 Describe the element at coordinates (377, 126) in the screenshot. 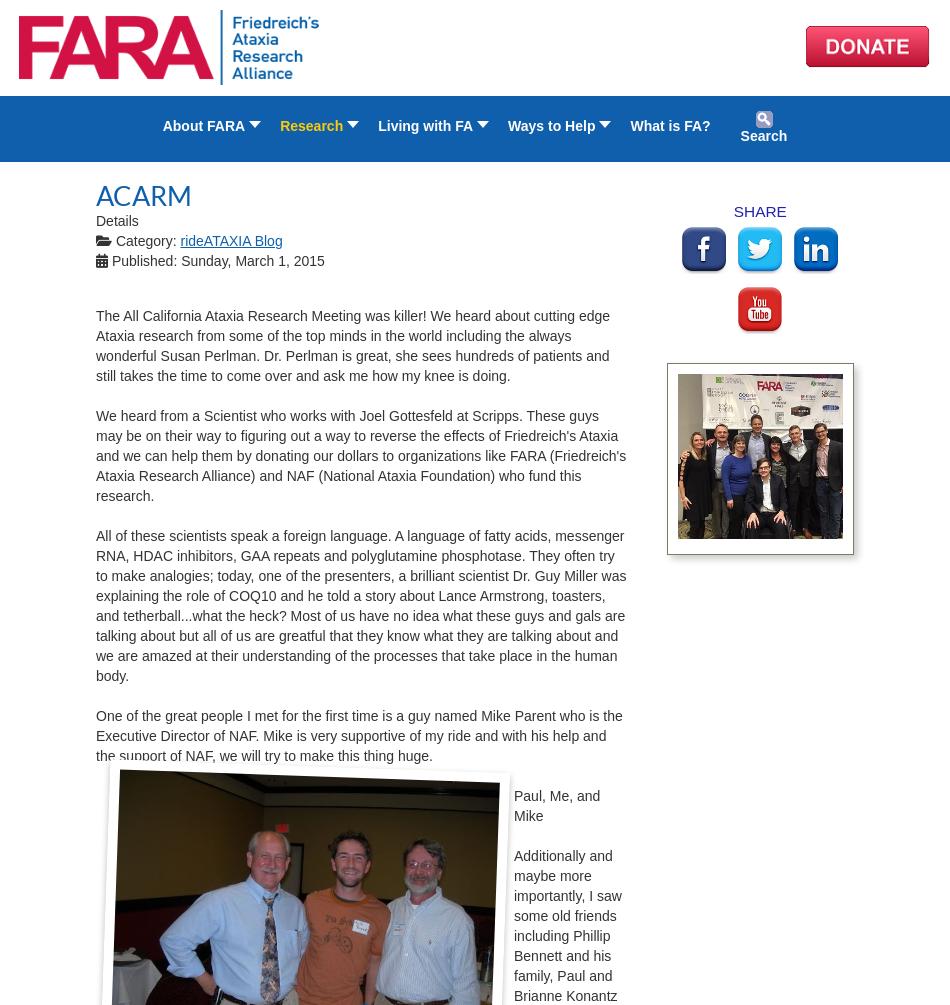

I see `'Living with FA'` at that location.